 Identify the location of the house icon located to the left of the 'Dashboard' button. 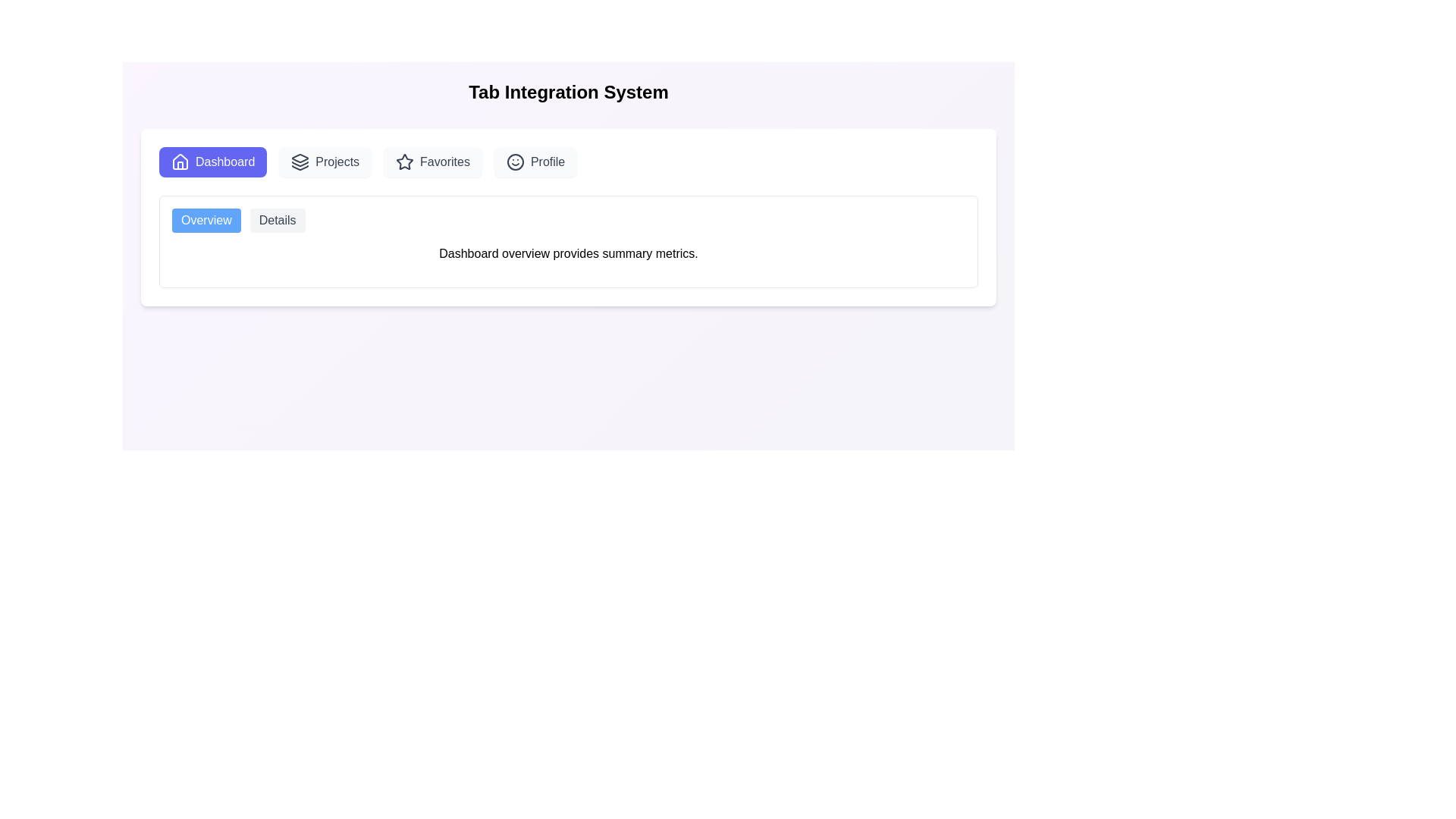
(180, 162).